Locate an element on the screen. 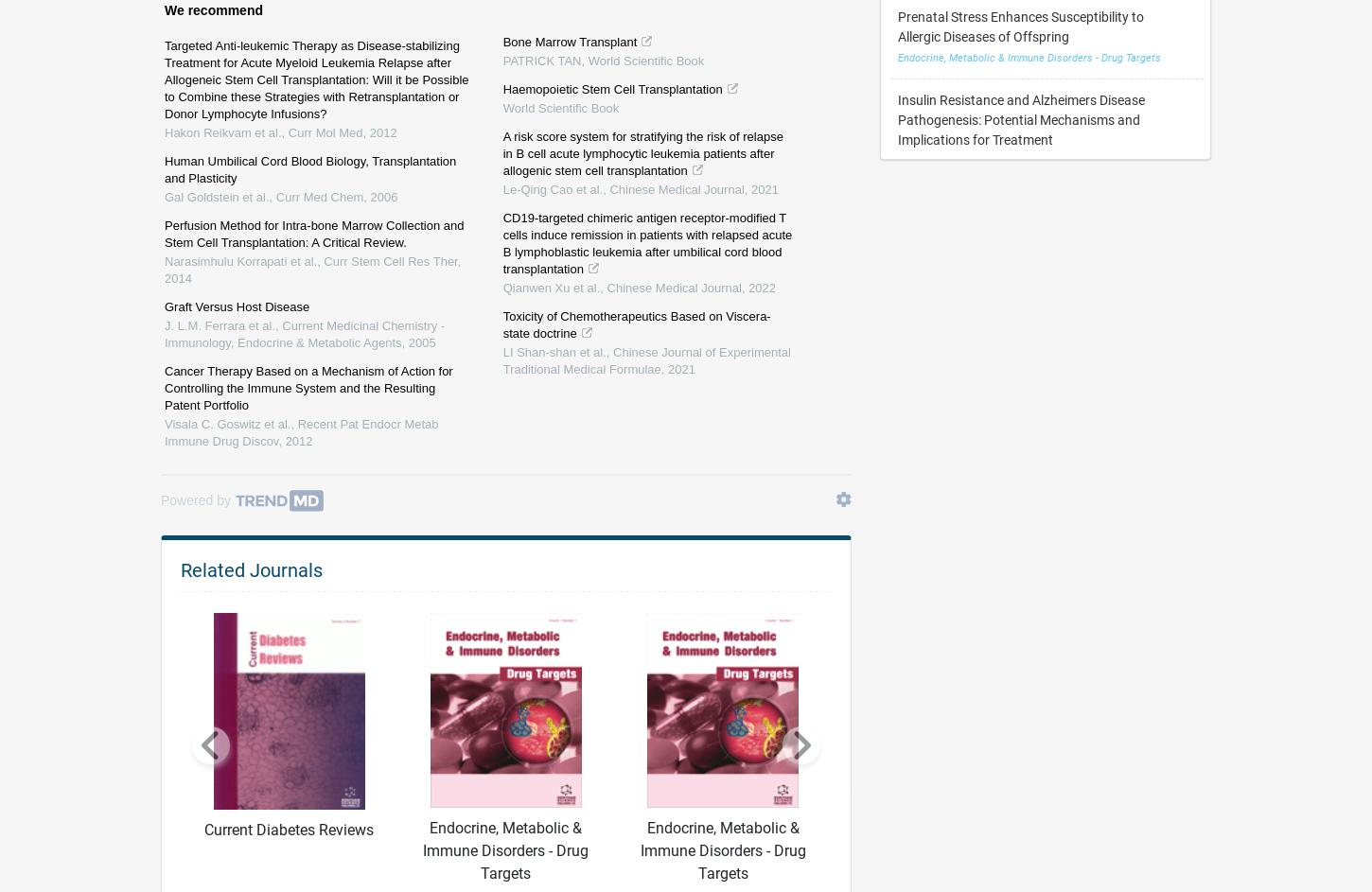  'Related Books' is located at coordinates (240, 233).